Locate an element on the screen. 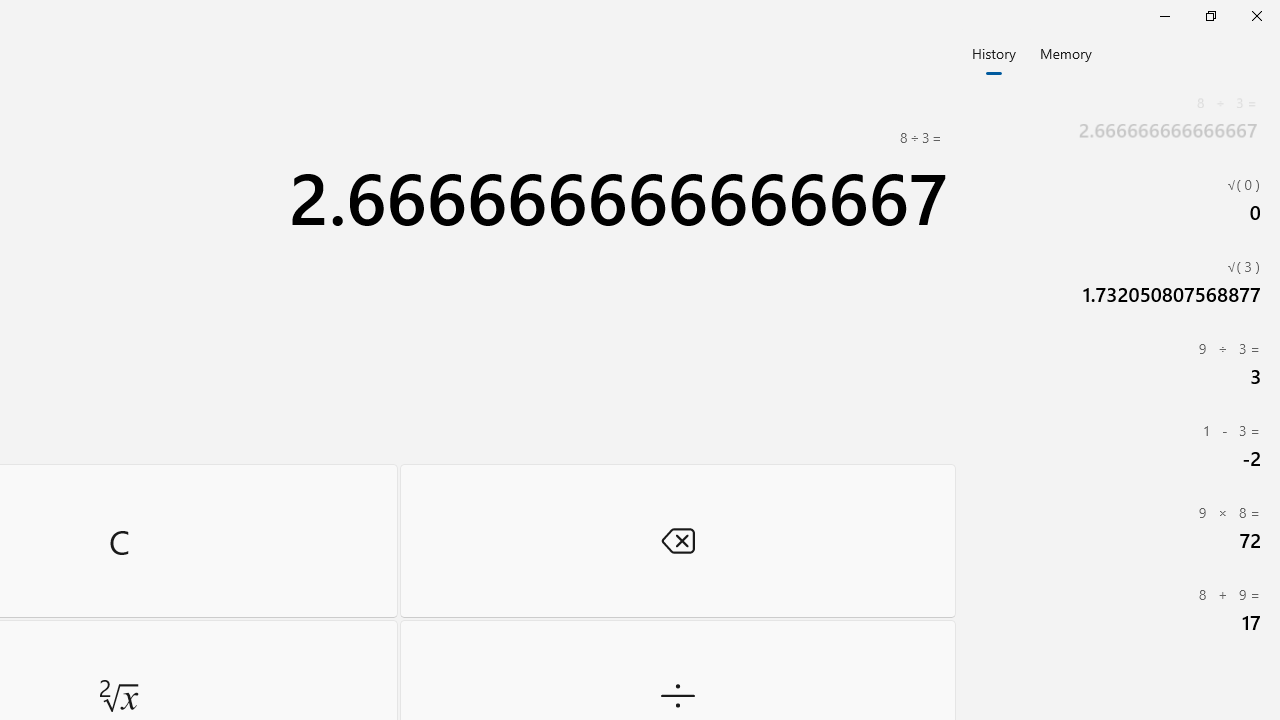 This screenshot has height=720, width=1280. 'History' is located at coordinates (993, 51).